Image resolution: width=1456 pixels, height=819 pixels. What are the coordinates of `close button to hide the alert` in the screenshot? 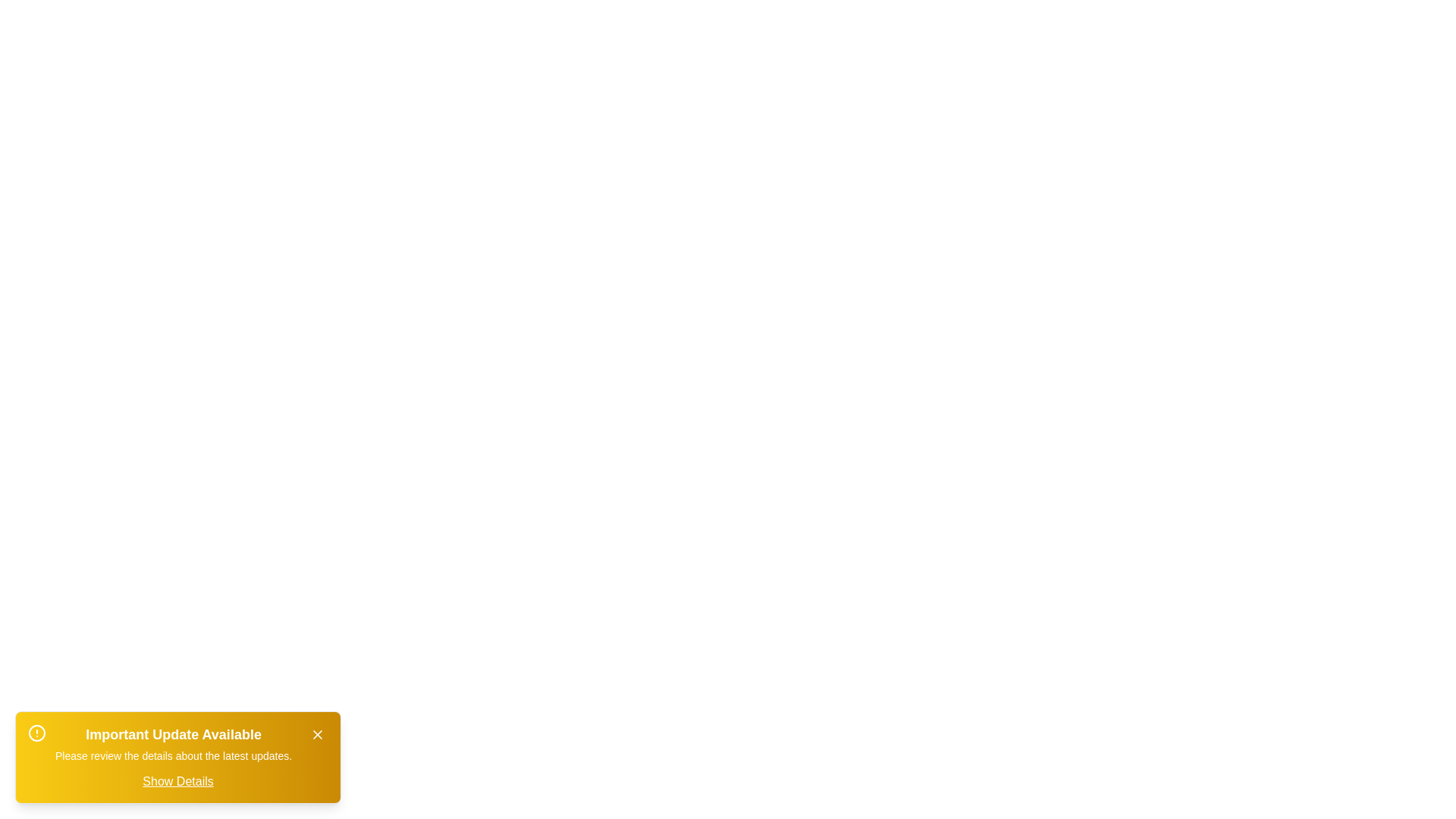 It's located at (316, 733).